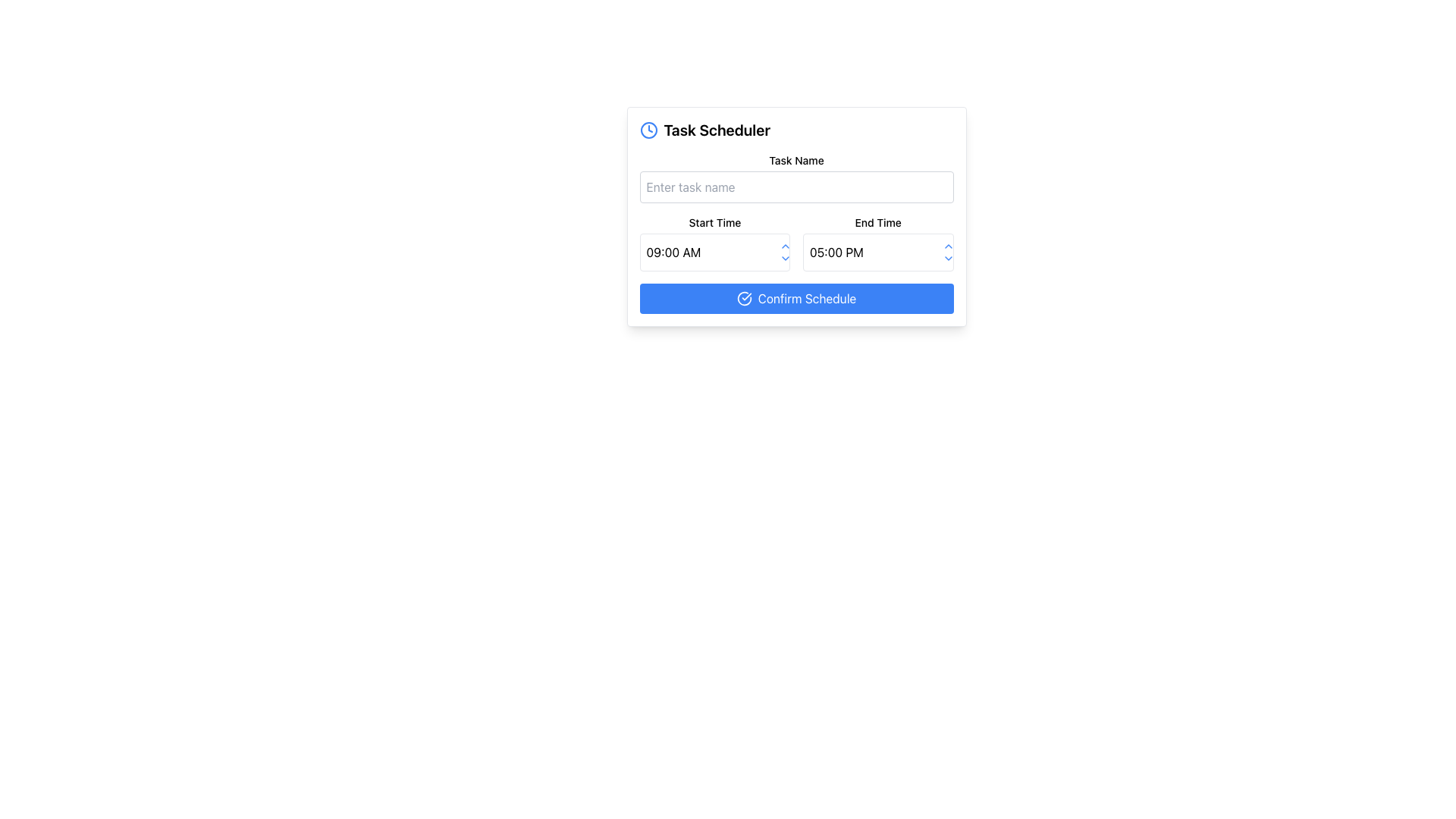 The width and height of the screenshot is (1456, 819). Describe the element at coordinates (795, 242) in the screenshot. I see `the 'Start Time' input box located` at that location.